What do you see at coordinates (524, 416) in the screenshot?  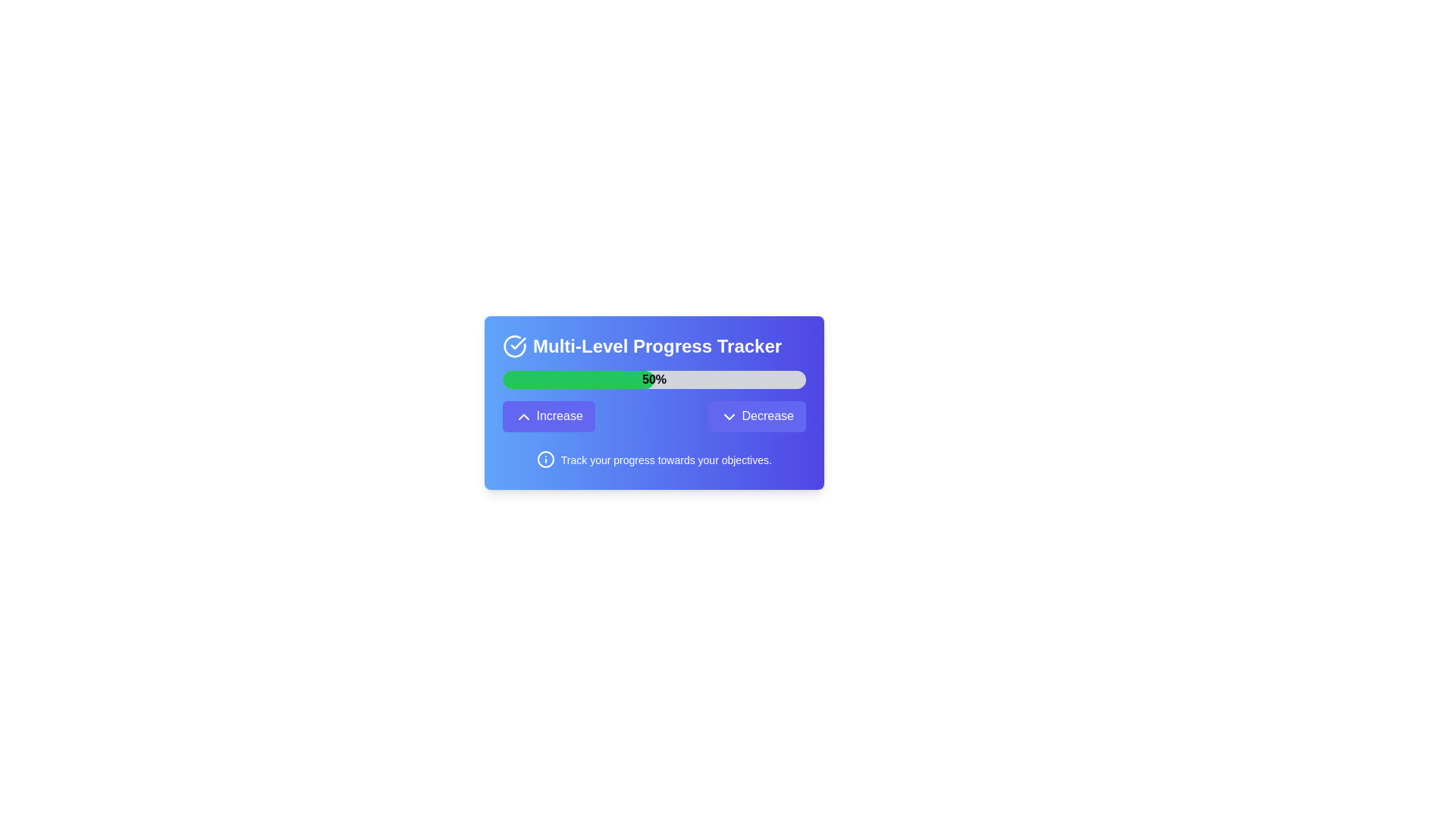 I see `the increase icon located within the 'Increase' button, positioned to the left of the 'Decrease' button and above the 'Track your progress' text` at bounding box center [524, 416].